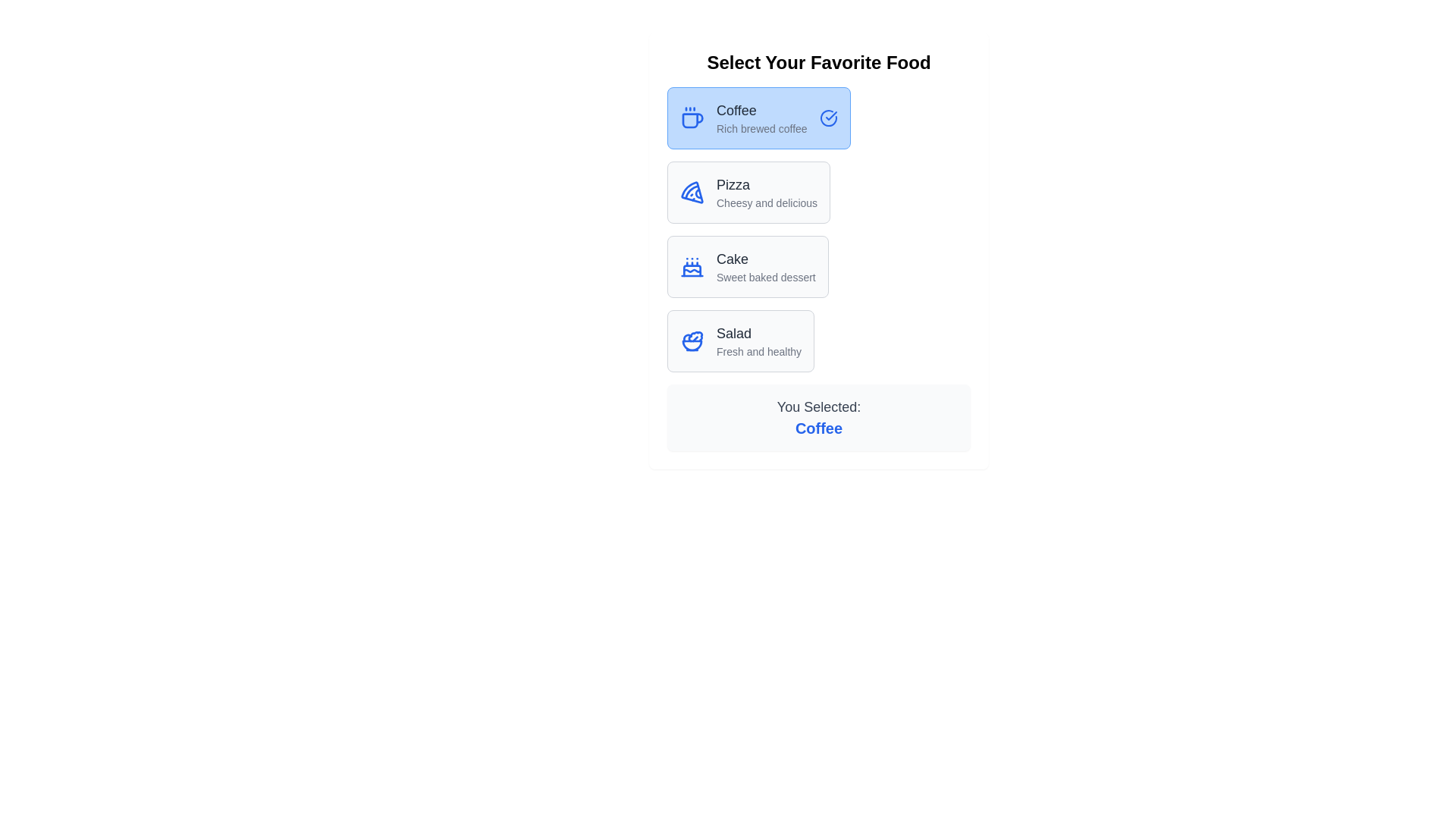  Describe the element at coordinates (761, 127) in the screenshot. I see `the text label displaying 'Rich brewed coffee', which is styled with a smaller font size and lighter gray color, positioned below the 'Coffee' label in the blue selection box` at that location.